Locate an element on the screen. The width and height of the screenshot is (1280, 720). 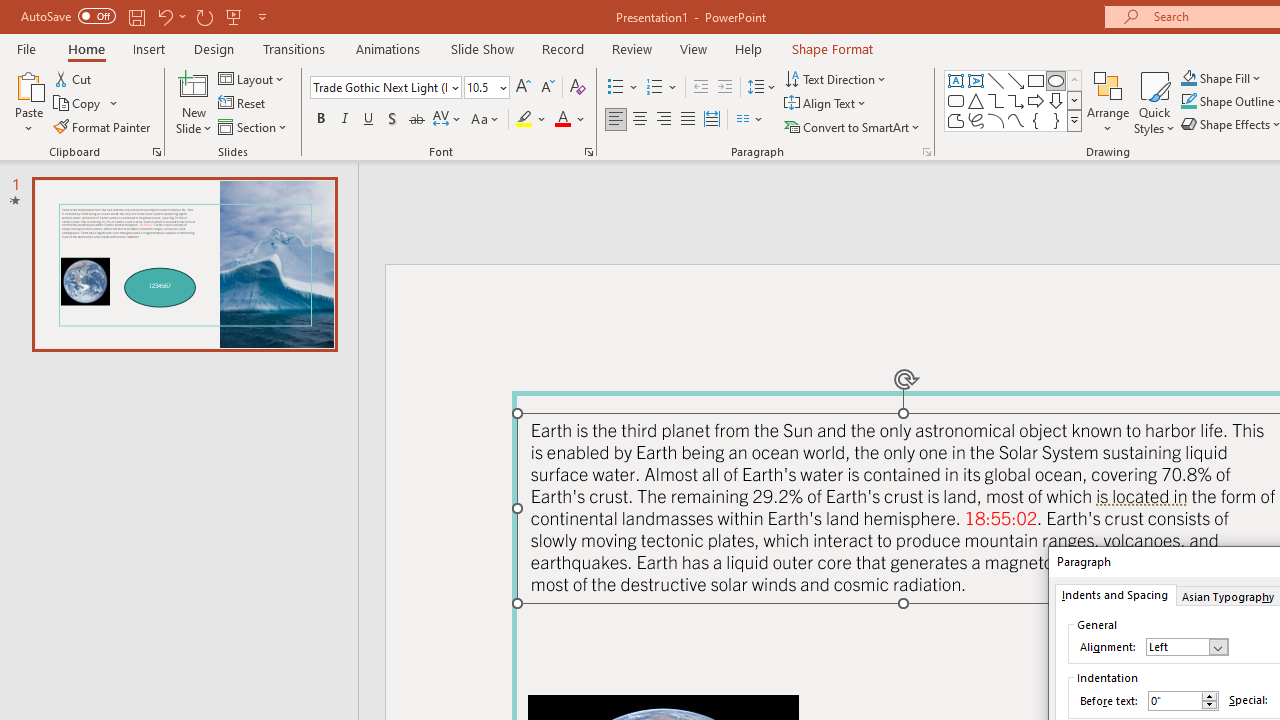
'Alignment' is located at coordinates (1187, 646).